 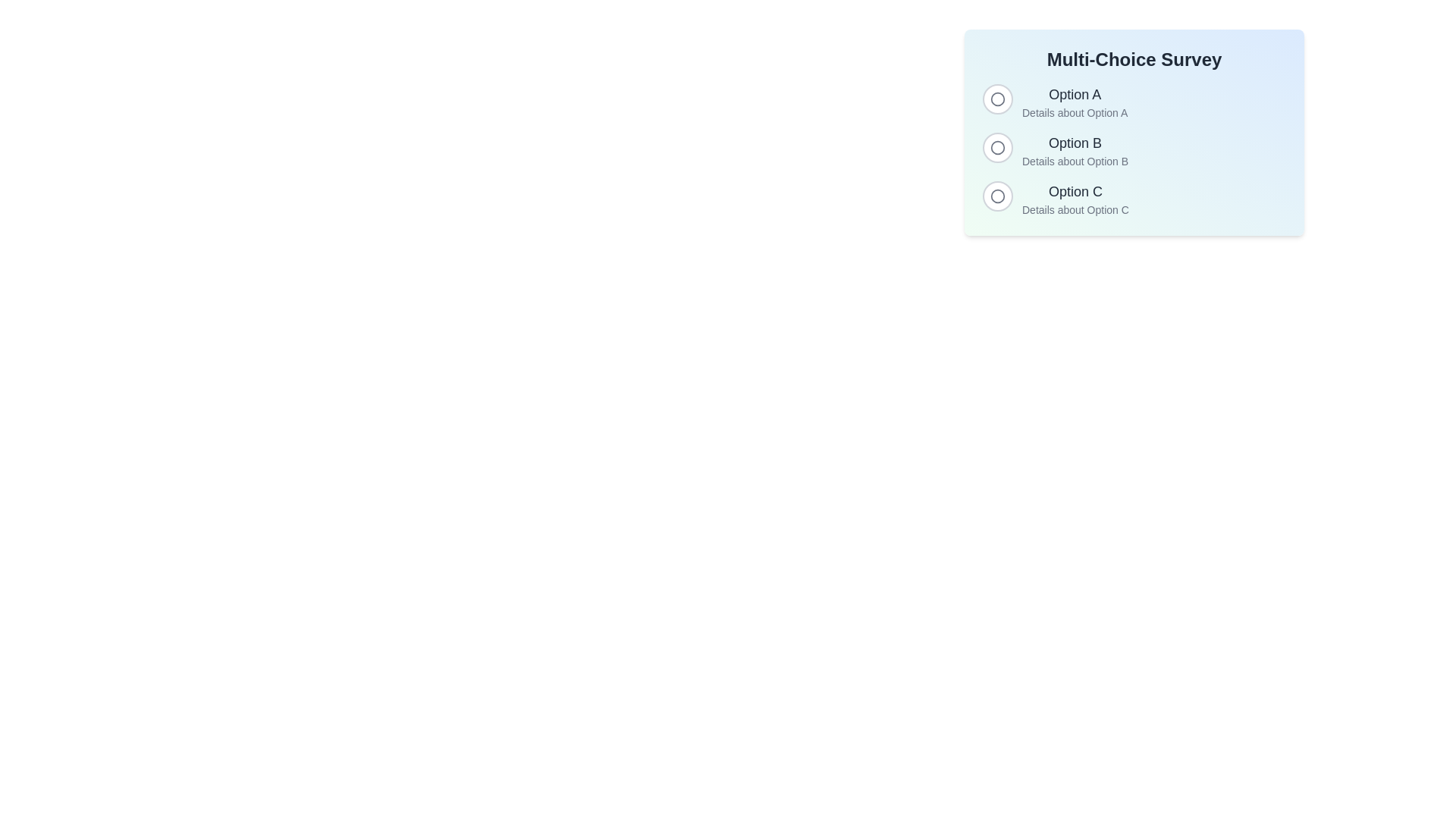 I want to click on the Radio Button for 'Option B', so click(x=997, y=148).